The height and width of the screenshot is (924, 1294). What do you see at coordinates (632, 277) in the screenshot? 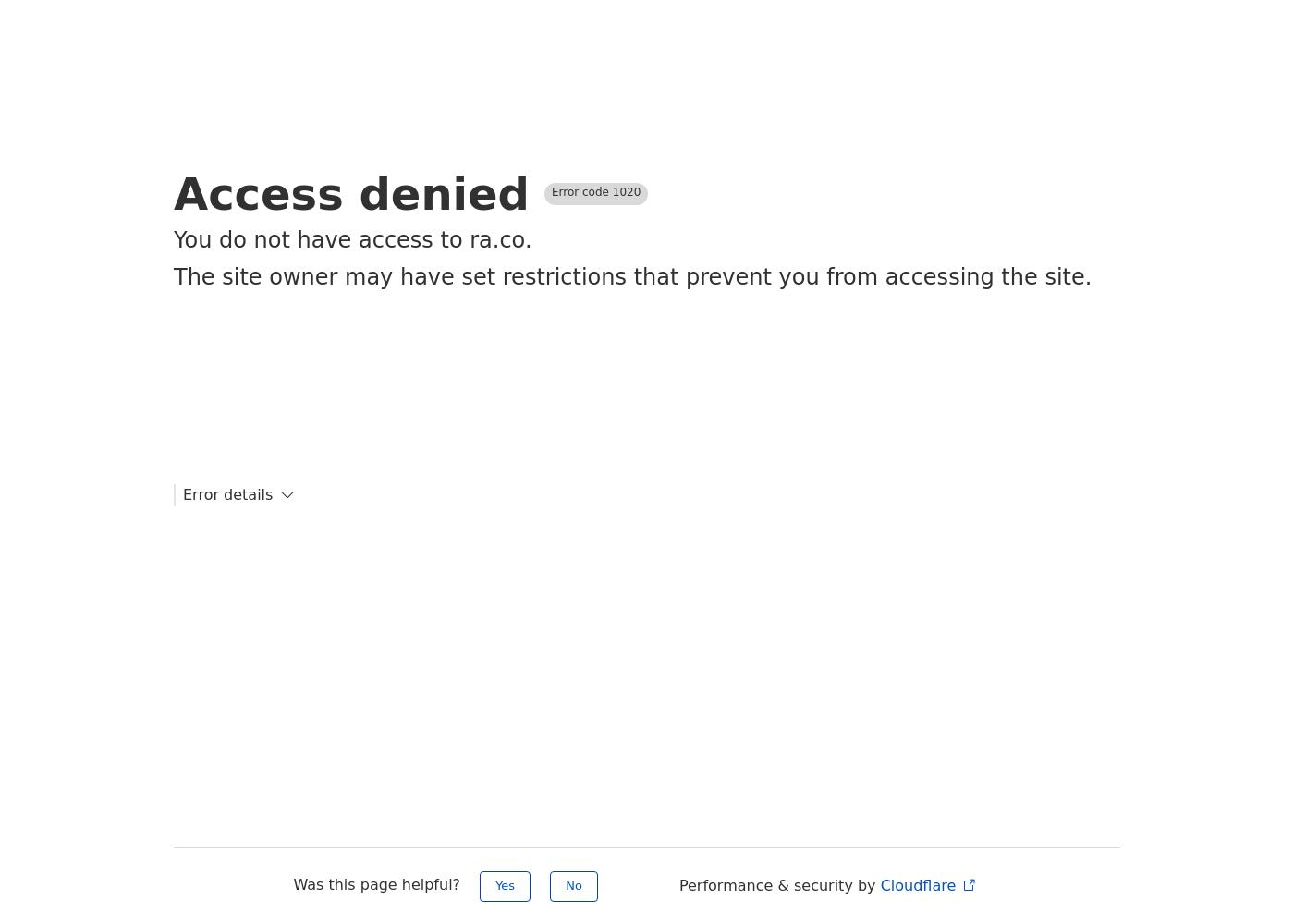
I see `'The site owner may have set restrictions that prevent you from accessing the site.'` at bounding box center [632, 277].